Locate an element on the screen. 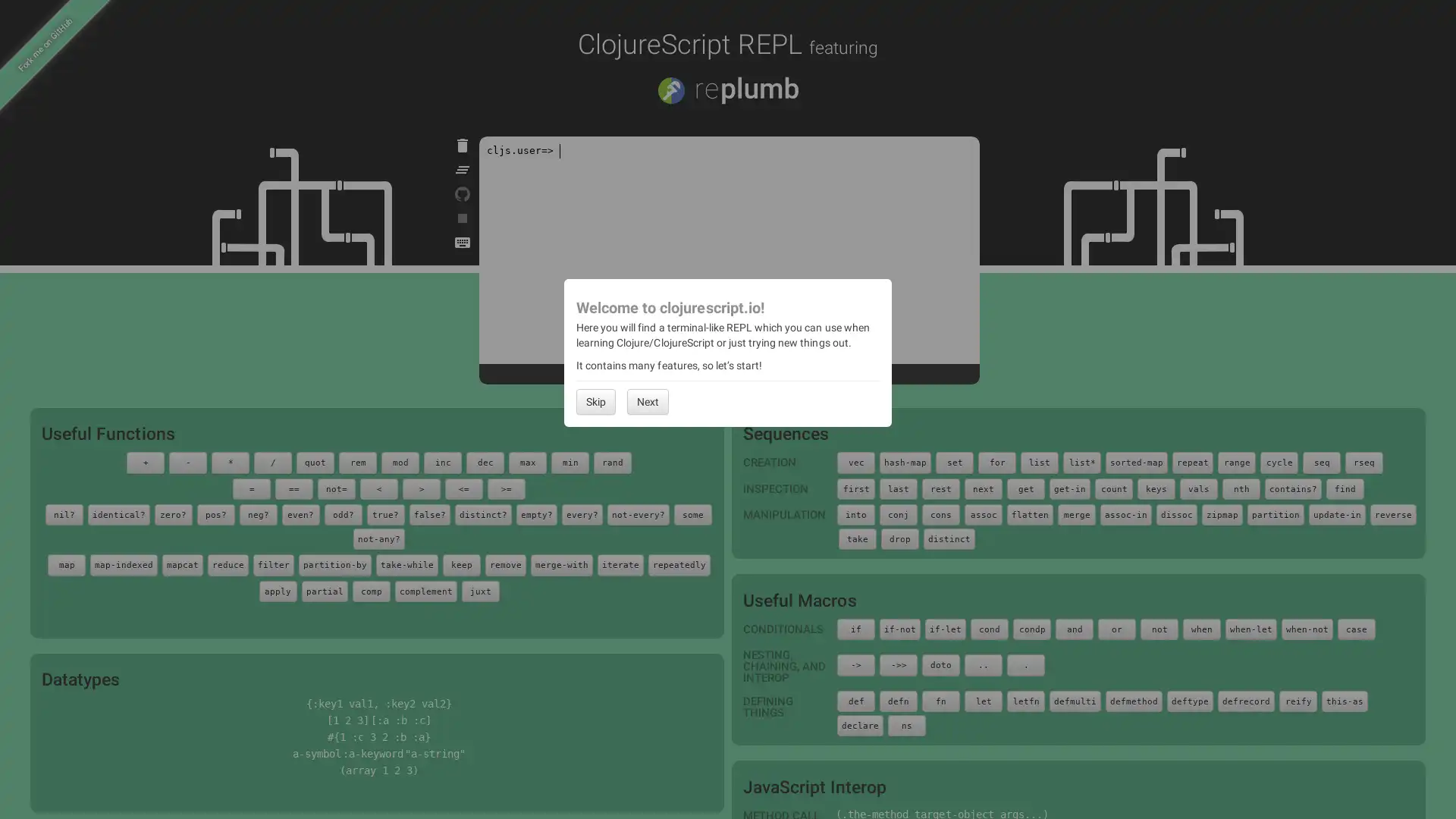 The height and width of the screenshot is (819, 1456). if-not is located at coordinates (899, 629).